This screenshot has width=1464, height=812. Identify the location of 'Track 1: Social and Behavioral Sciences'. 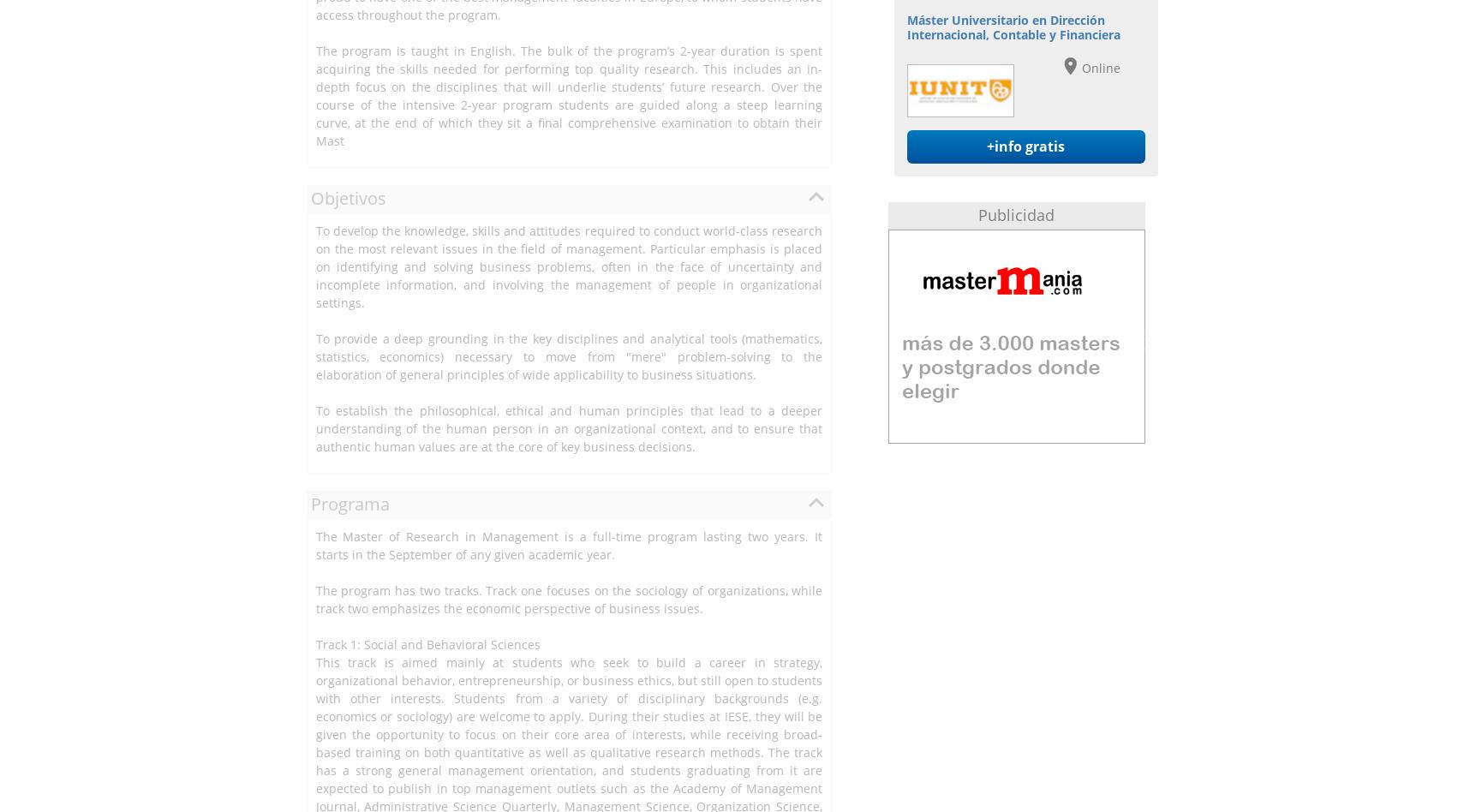
(427, 643).